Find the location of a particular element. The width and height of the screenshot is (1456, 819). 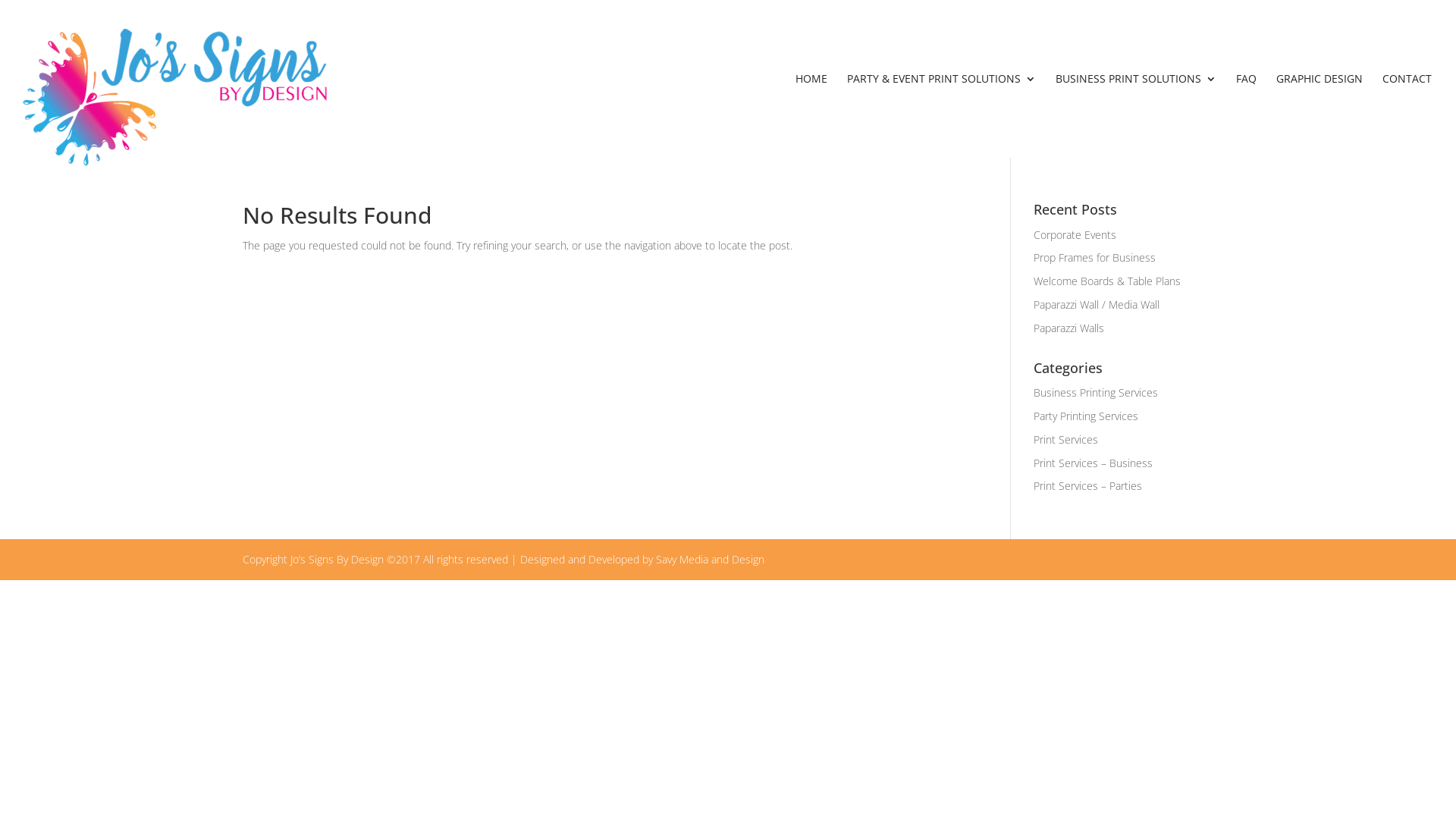

'Print Services' is located at coordinates (1065, 439).